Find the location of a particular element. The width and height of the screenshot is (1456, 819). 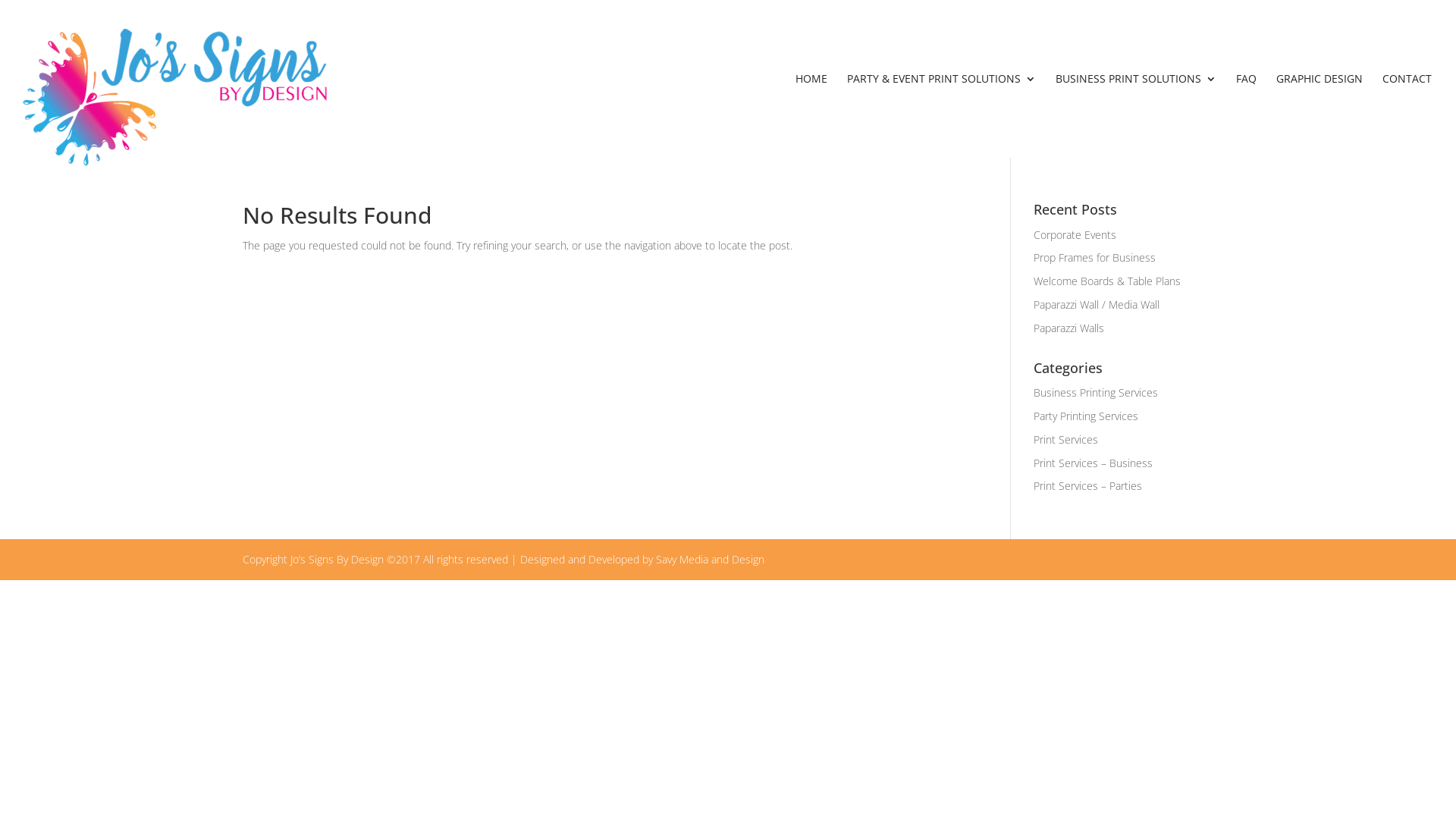

'Print Services' is located at coordinates (1065, 439).